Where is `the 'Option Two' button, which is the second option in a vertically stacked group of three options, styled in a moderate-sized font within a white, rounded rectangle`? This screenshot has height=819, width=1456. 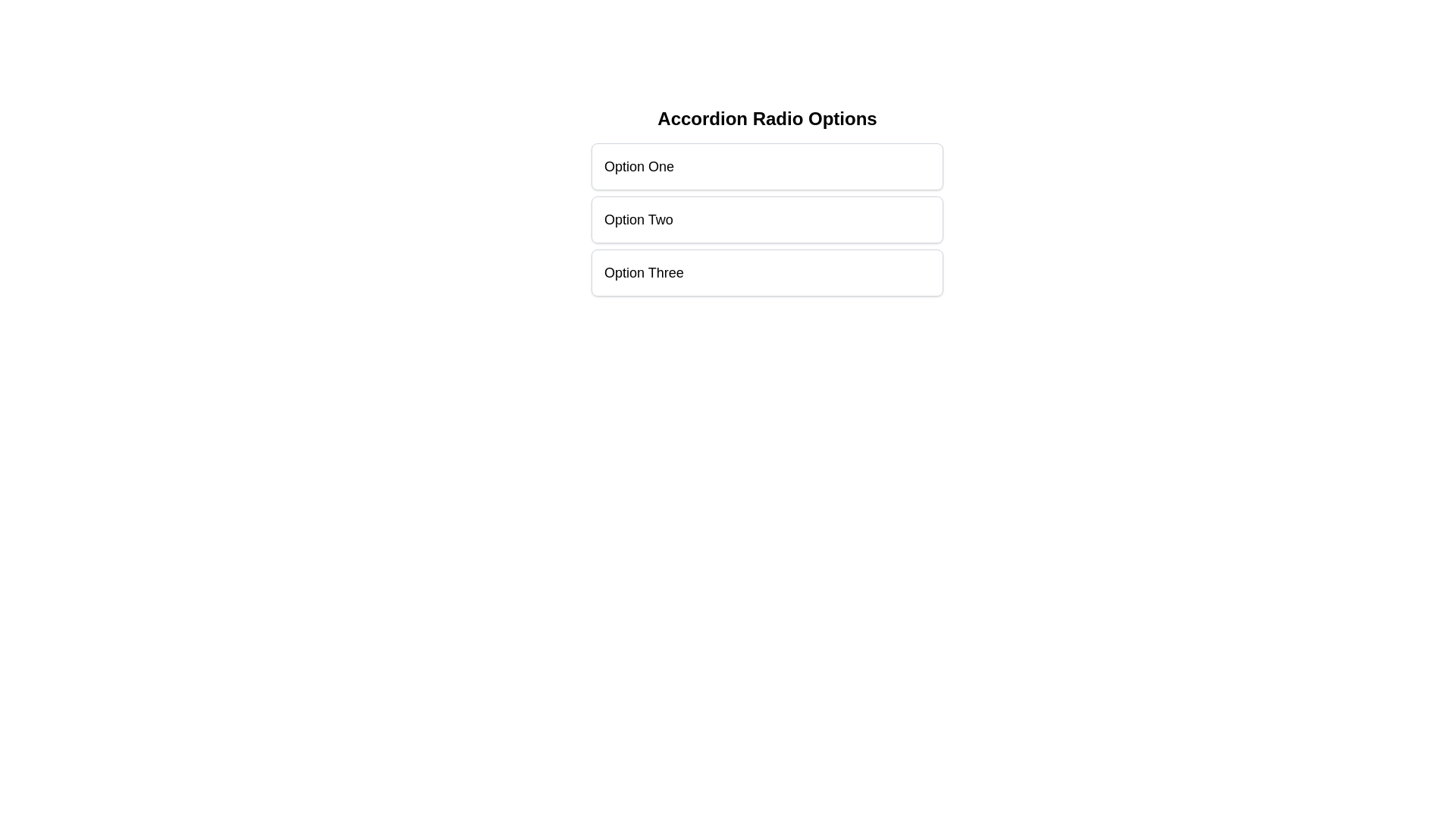 the 'Option Two' button, which is the second option in a vertically stacked group of three options, styled in a moderate-sized font within a white, rounded rectangle is located at coordinates (767, 219).